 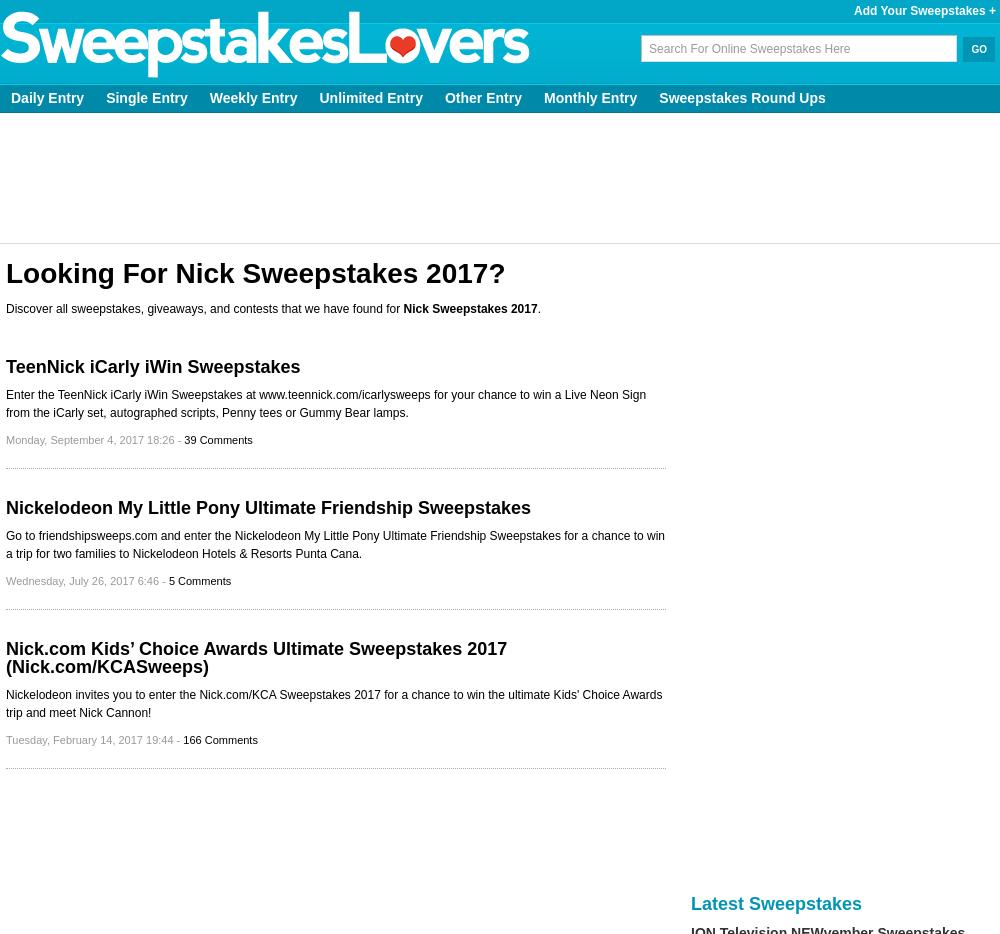 I want to click on 'Go to friendshipsweeps.com and enter the Nickelodeon My Little Pony Ultimate Friendship Sweepstakes for a chance to win a trip for two families to Nickelodeon Hotels & Resorts Punta Cana.', so click(x=334, y=544).